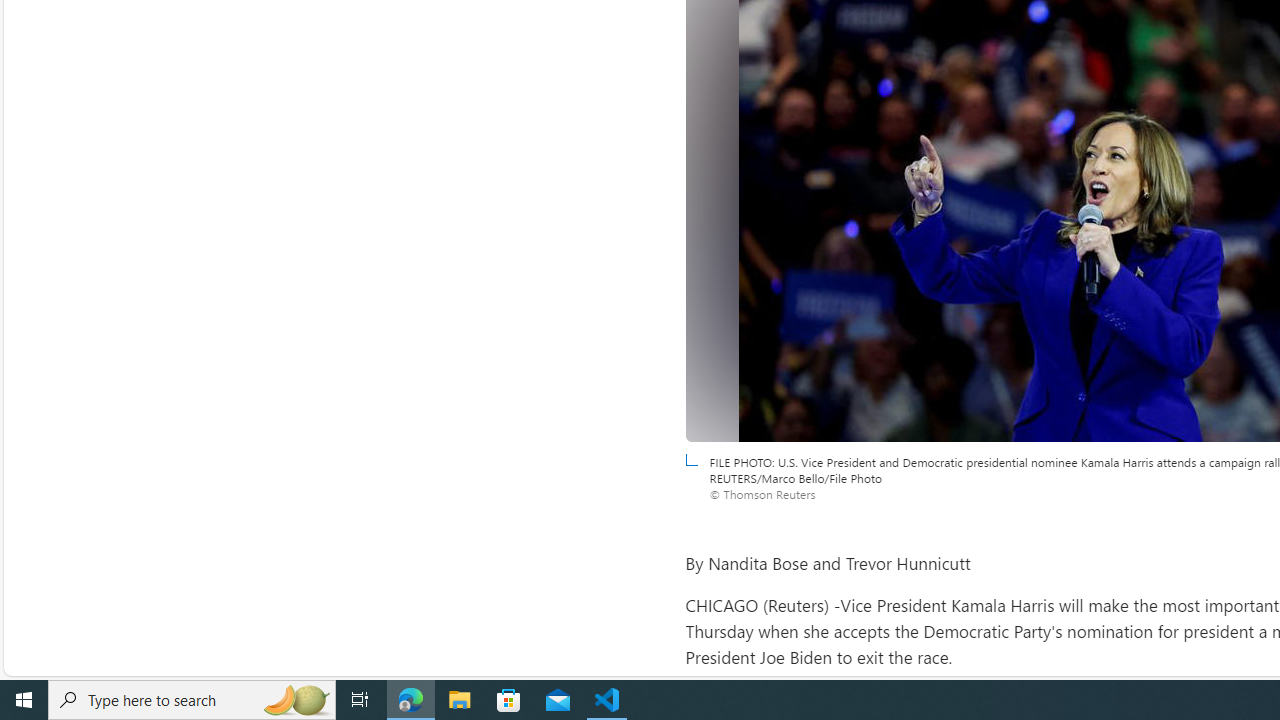 This screenshot has height=720, width=1280. What do you see at coordinates (294, 698) in the screenshot?
I see `'Search highlights icon opens search home window'` at bounding box center [294, 698].